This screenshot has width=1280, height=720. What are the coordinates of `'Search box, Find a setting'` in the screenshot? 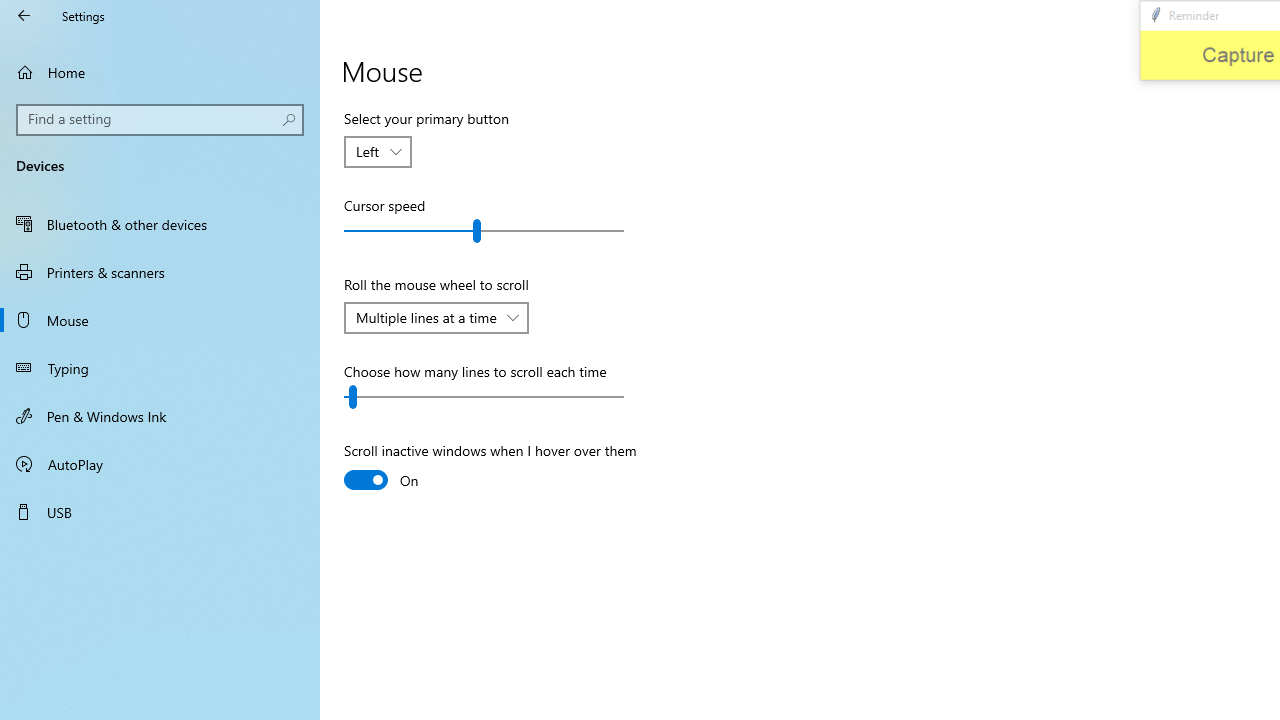 It's located at (160, 119).